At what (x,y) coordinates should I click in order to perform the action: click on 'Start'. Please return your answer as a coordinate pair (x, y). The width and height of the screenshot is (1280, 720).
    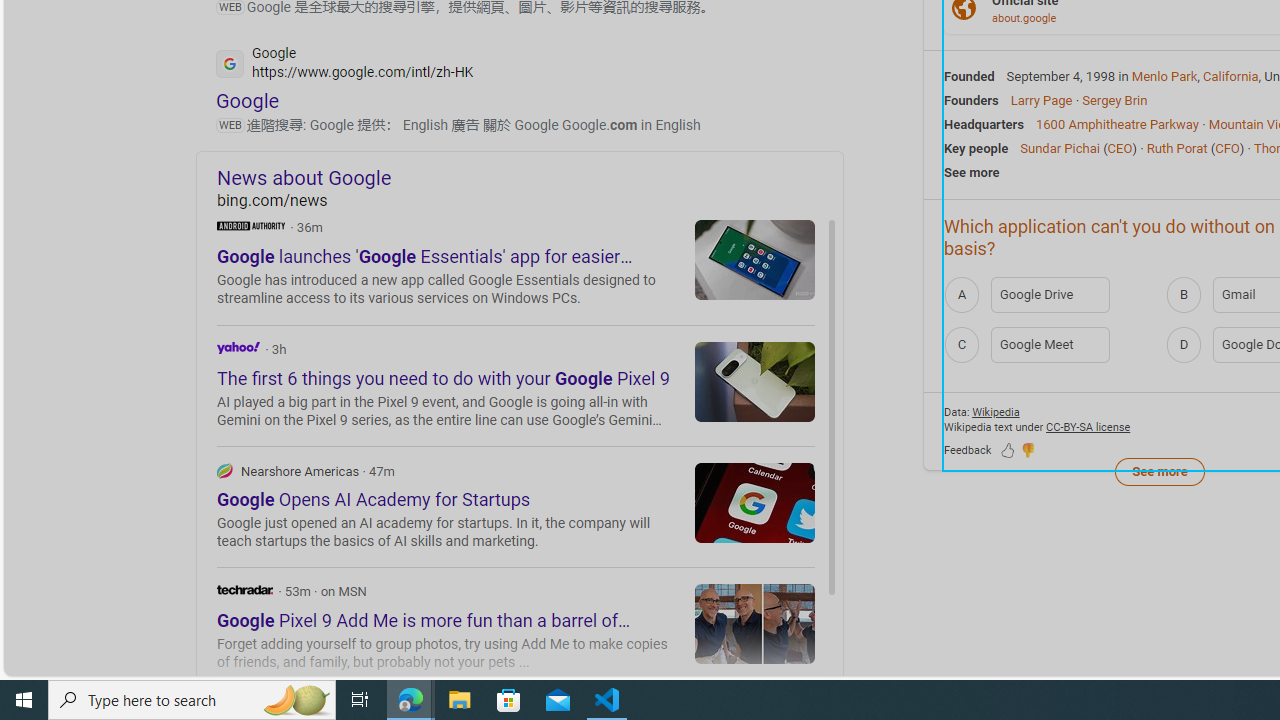
    Looking at the image, I should click on (24, 698).